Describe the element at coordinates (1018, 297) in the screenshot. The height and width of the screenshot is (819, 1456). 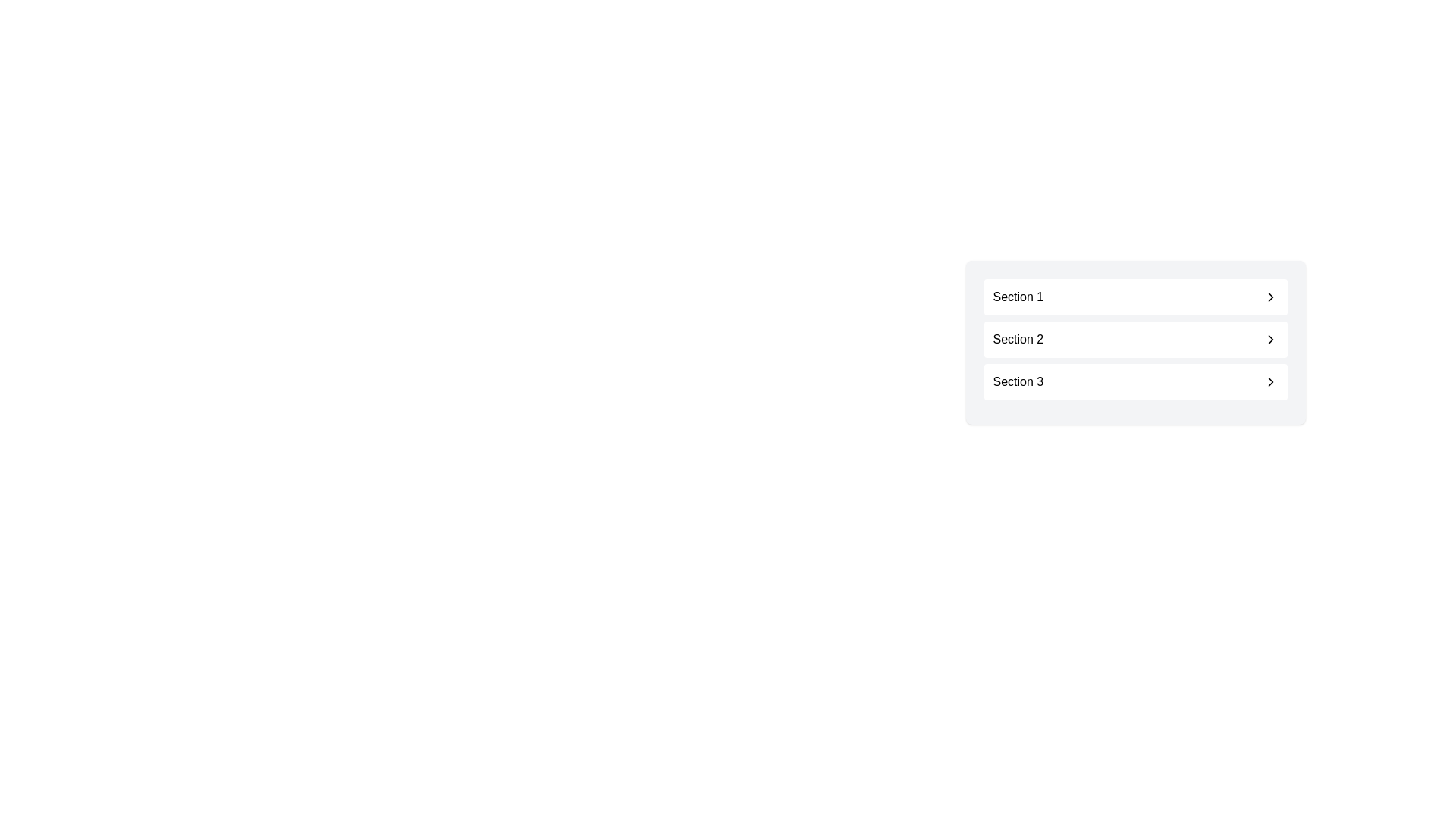
I see `the text label displaying 'Section 1'` at that location.